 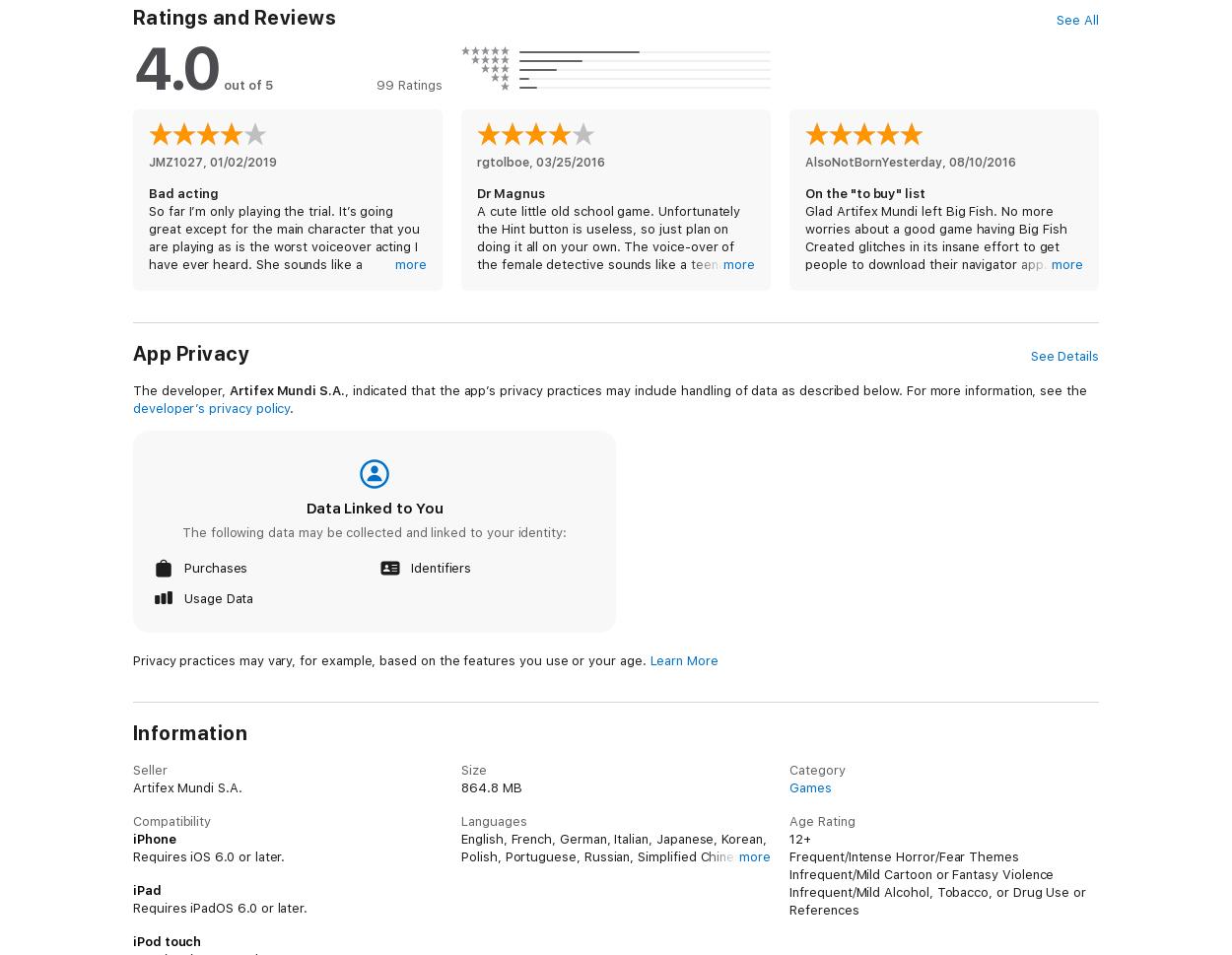 What do you see at coordinates (940, 689) in the screenshot?
I see `'Once the VO is shut off it should seem like a game and not an example of how not to hire and cast voice over "actors".'` at bounding box center [940, 689].